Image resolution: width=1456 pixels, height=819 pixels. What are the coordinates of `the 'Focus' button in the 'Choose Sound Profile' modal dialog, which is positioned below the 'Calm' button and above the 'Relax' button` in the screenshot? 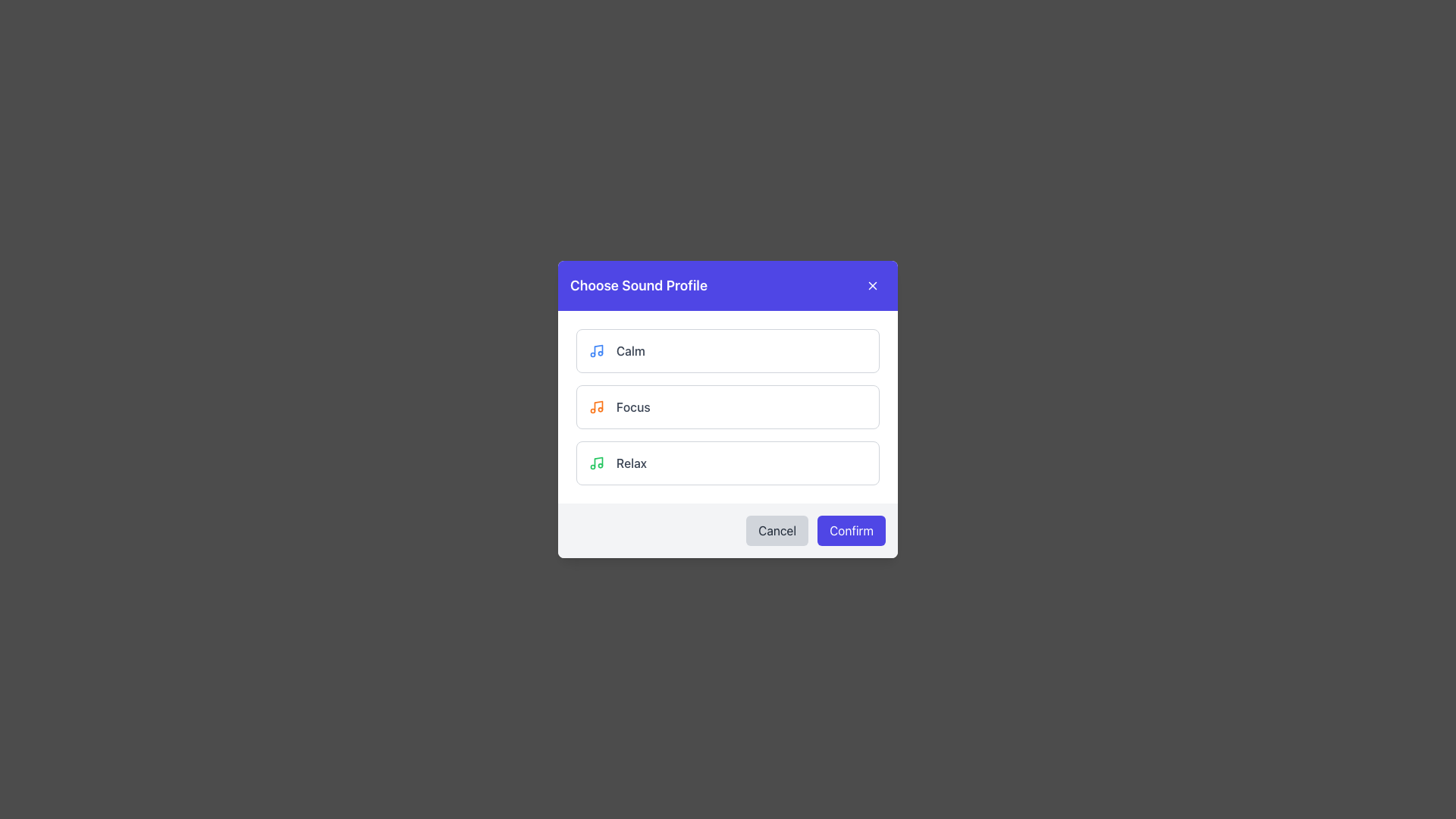 It's located at (728, 406).